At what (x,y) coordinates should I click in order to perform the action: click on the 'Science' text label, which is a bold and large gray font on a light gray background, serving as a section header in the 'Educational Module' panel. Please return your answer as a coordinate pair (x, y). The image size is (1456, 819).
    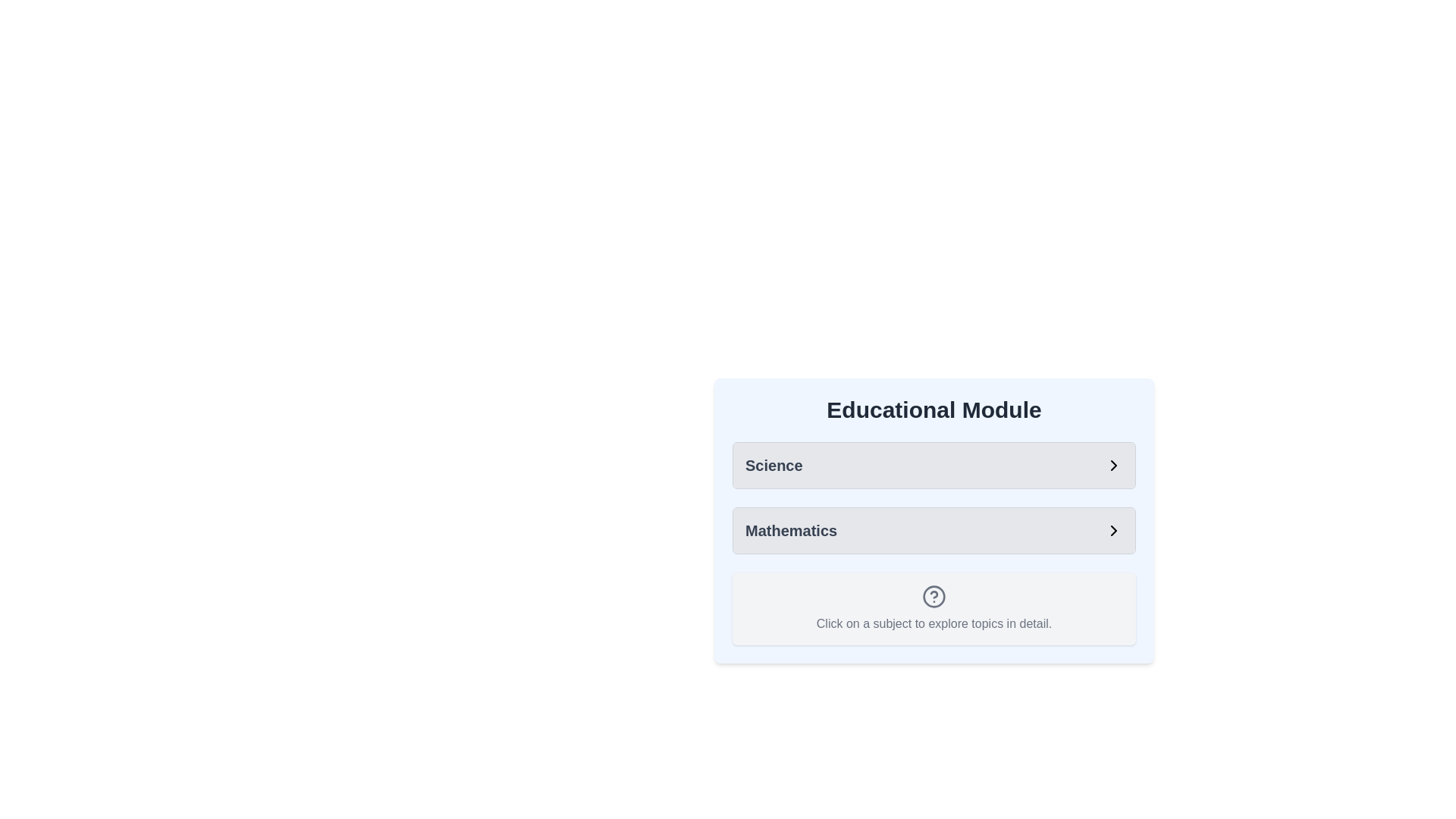
    Looking at the image, I should click on (773, 464).